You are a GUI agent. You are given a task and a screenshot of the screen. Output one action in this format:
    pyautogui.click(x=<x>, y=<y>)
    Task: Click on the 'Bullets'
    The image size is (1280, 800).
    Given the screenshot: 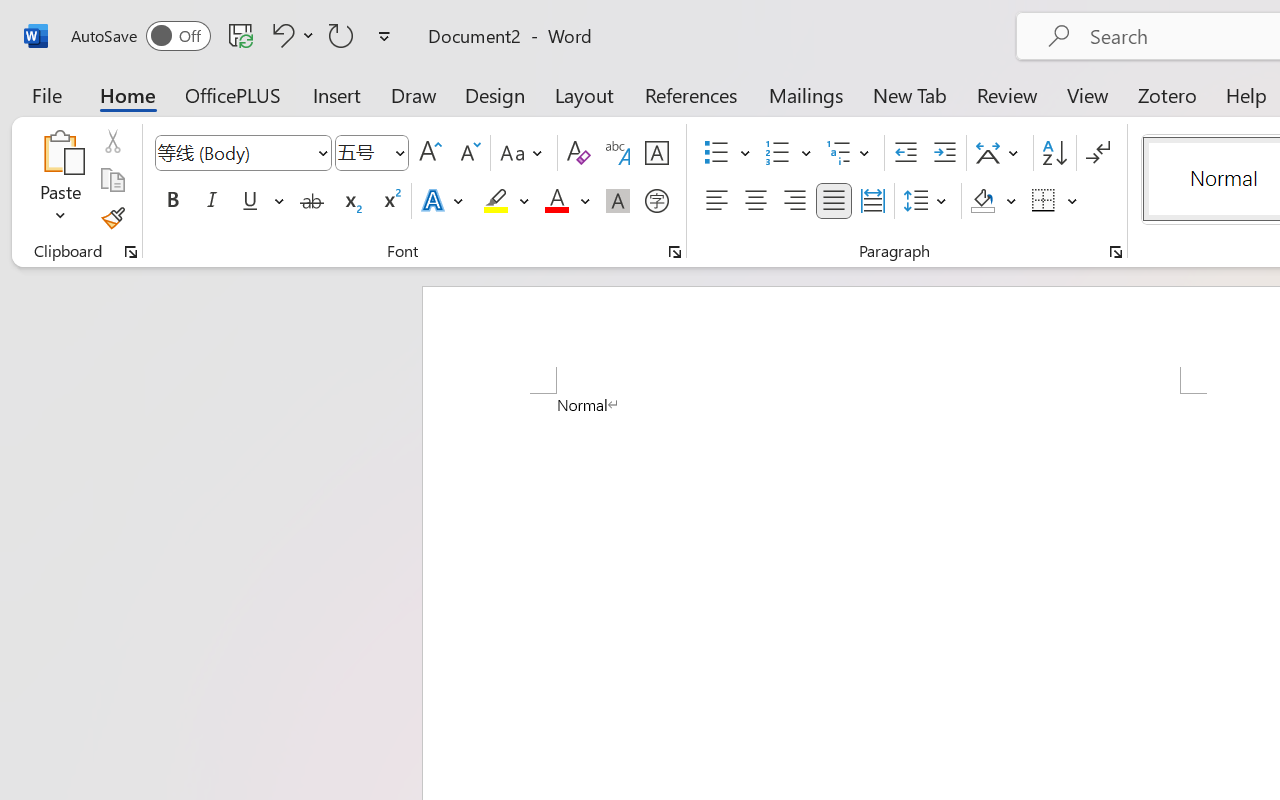 What is the action you would take?
    pyautogui.click(x=726, y=153)
    